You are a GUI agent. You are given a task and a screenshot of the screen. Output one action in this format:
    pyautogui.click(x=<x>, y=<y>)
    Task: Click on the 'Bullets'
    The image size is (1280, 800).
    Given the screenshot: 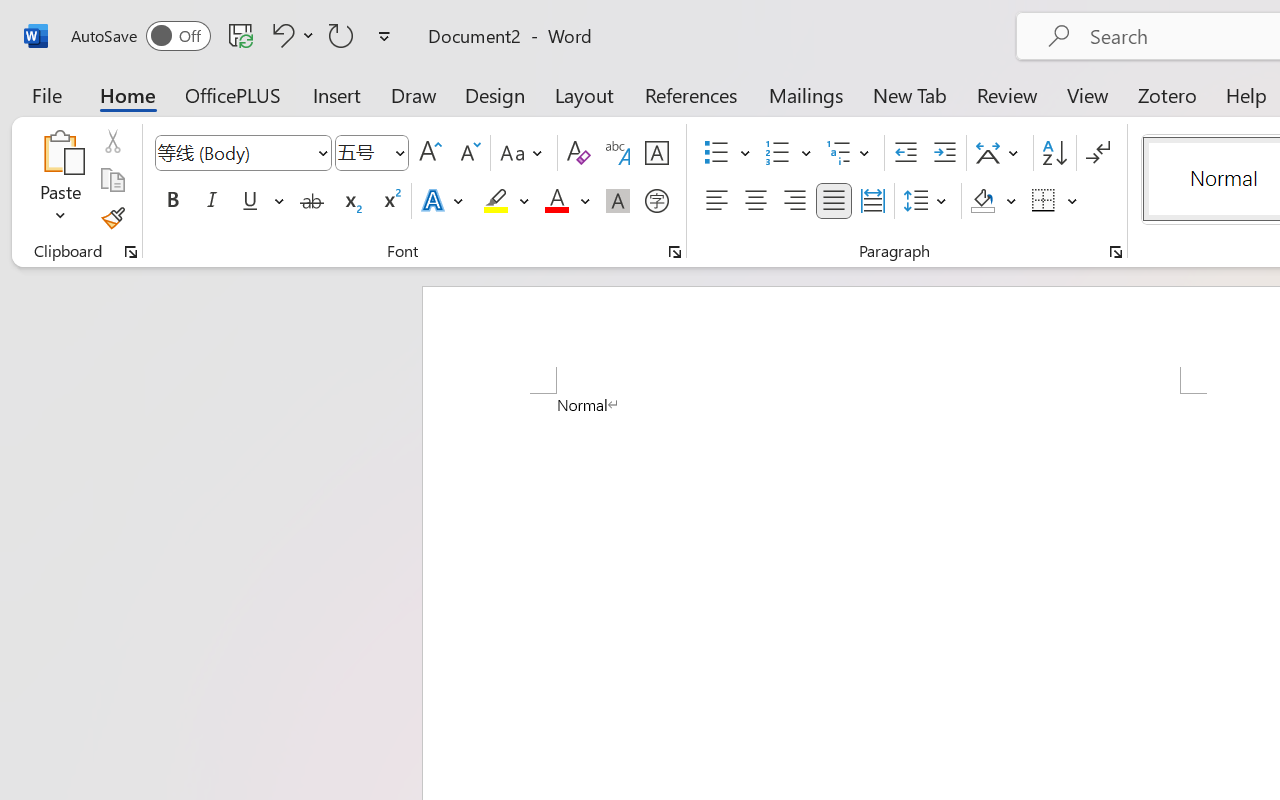 What is the action you would take?
    pyautogui.click(x=726, y=153)
    